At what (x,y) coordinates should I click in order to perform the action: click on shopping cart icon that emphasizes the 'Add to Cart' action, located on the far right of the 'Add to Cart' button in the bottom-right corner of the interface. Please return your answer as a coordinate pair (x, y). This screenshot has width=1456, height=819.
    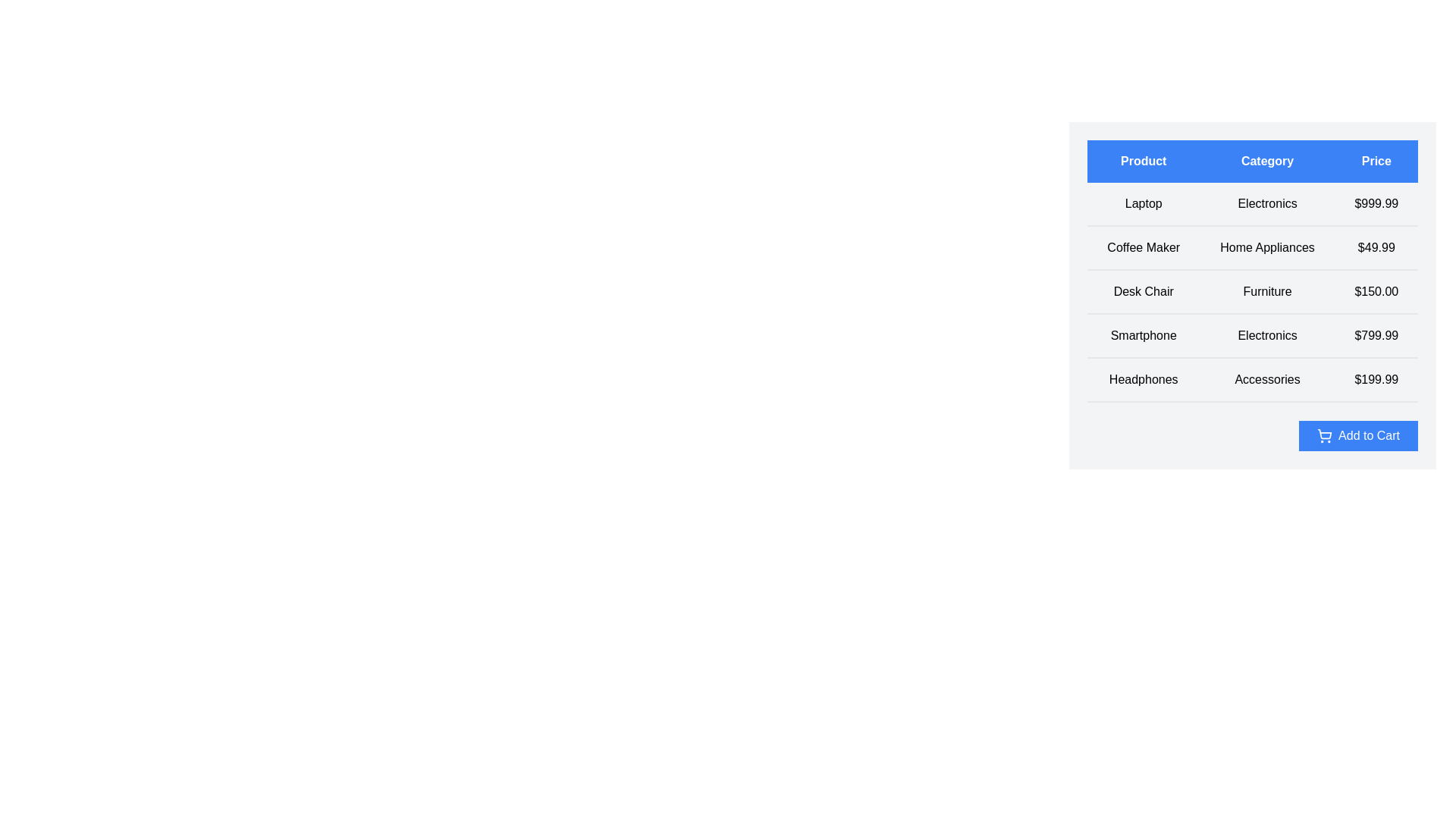
    Looking at the image, I should click on (1324, 435).